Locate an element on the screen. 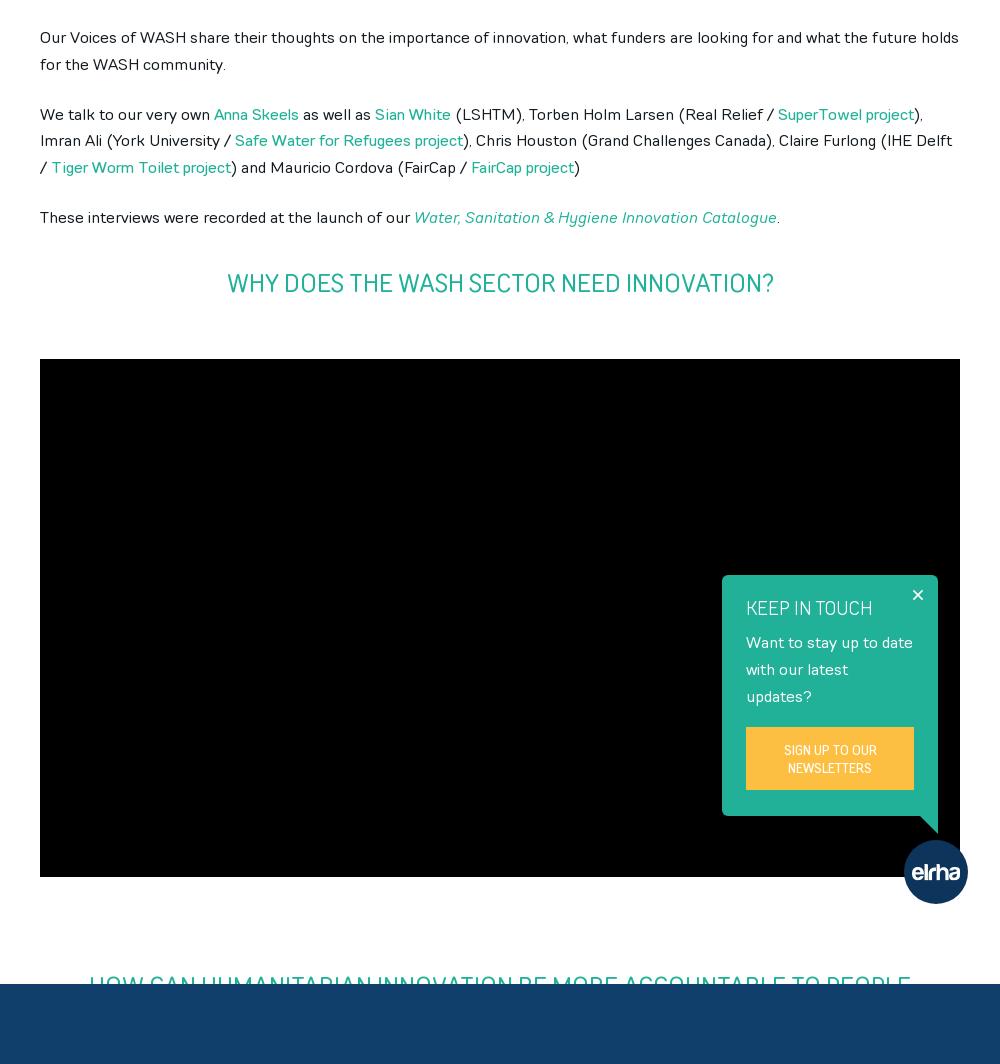 The height and width of the screenshot is (1064, 1000). 'Sian White' is located at coordinates (413, 113).